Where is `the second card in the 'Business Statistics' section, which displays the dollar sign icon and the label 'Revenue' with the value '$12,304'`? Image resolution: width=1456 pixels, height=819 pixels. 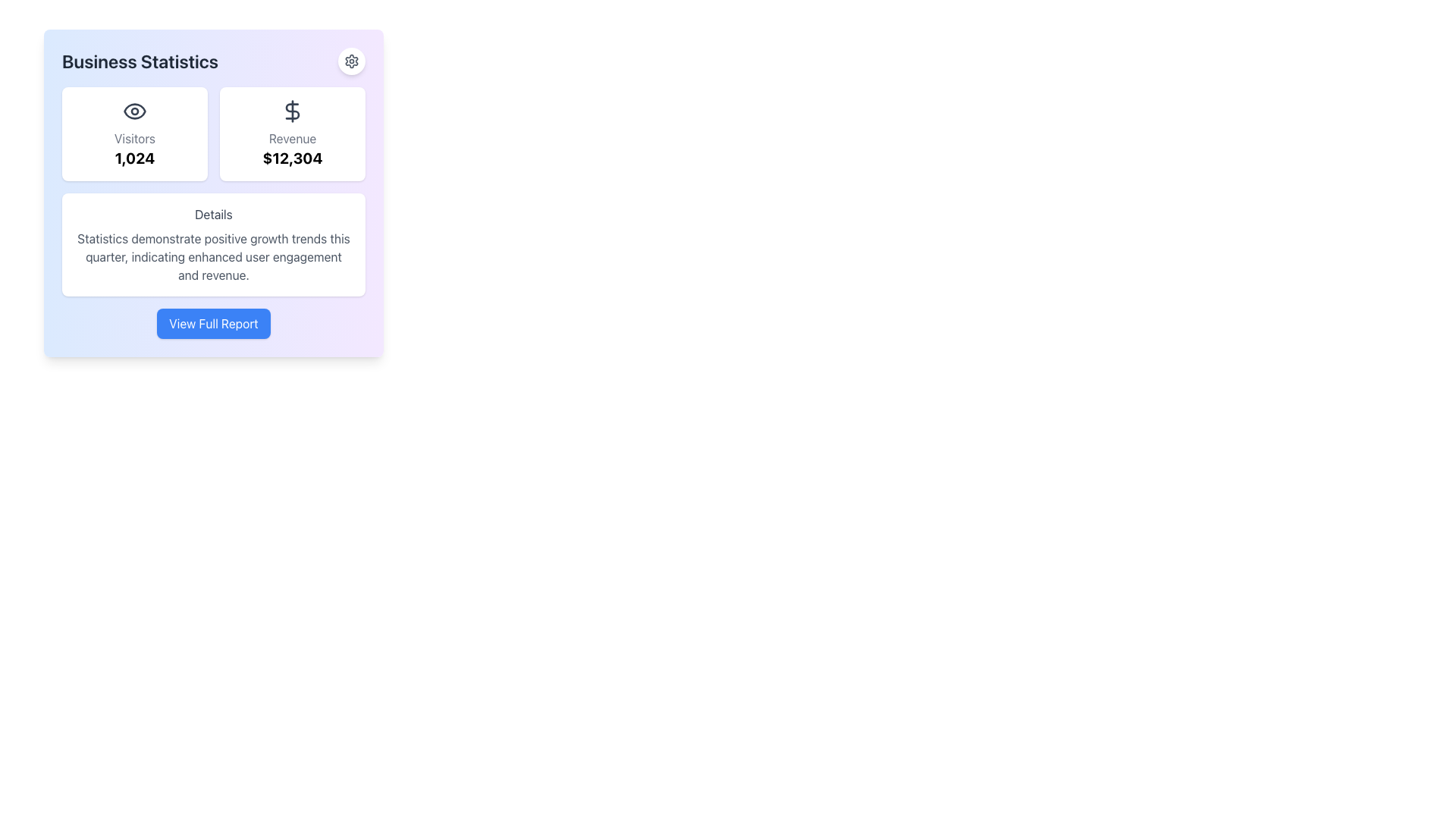
the second card in the 'Business Statistics' section, which displays the dollar sign icon and the label 'Revenue' with the value '$12,304' is located at coordinates (292, 133).